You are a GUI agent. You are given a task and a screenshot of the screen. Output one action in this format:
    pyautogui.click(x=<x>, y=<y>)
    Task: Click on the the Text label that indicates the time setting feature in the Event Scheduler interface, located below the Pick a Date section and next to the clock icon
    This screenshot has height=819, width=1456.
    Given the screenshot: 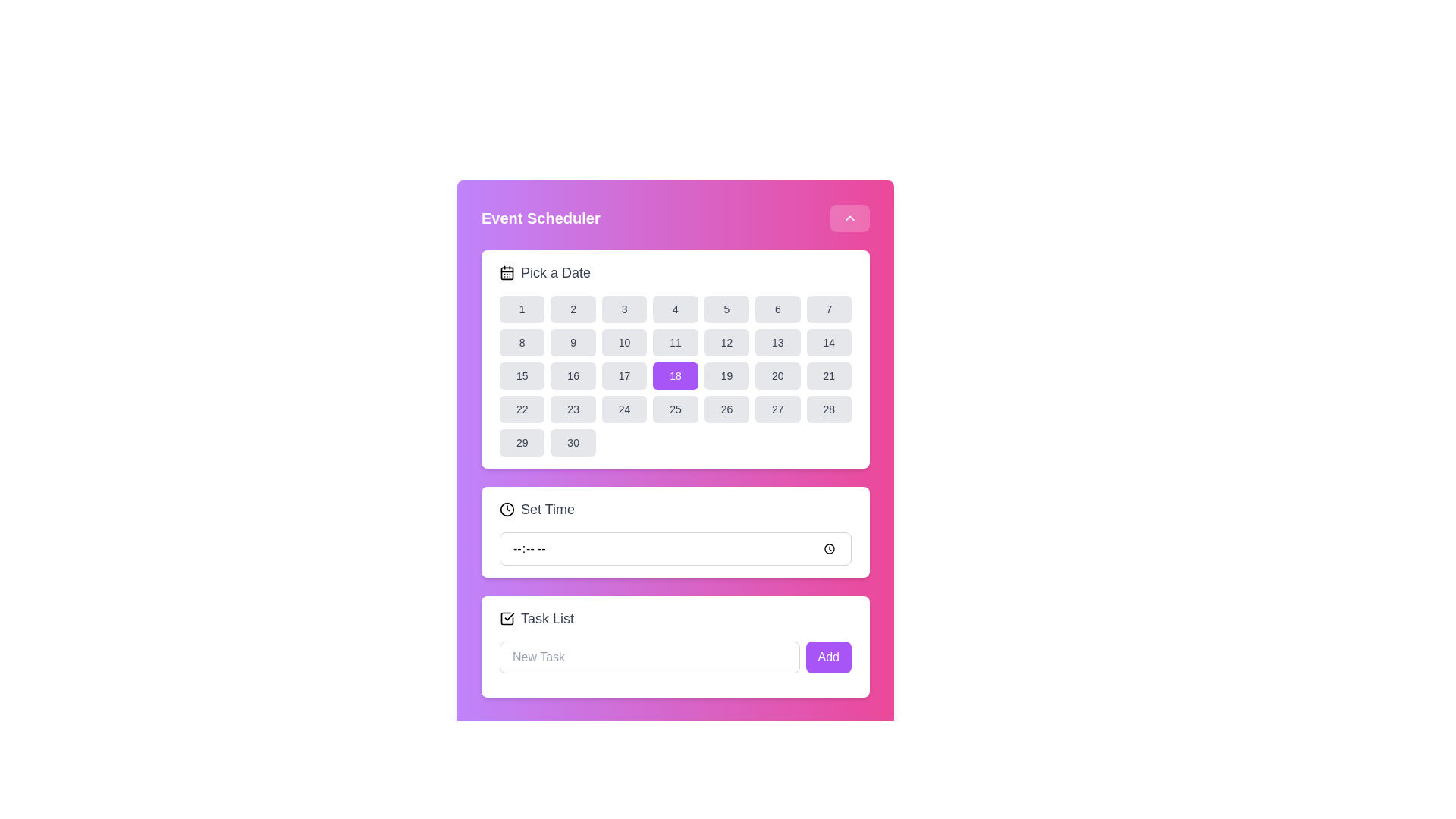 What is the action you would take?
    pyautogui.click(x=547, y=509)
    